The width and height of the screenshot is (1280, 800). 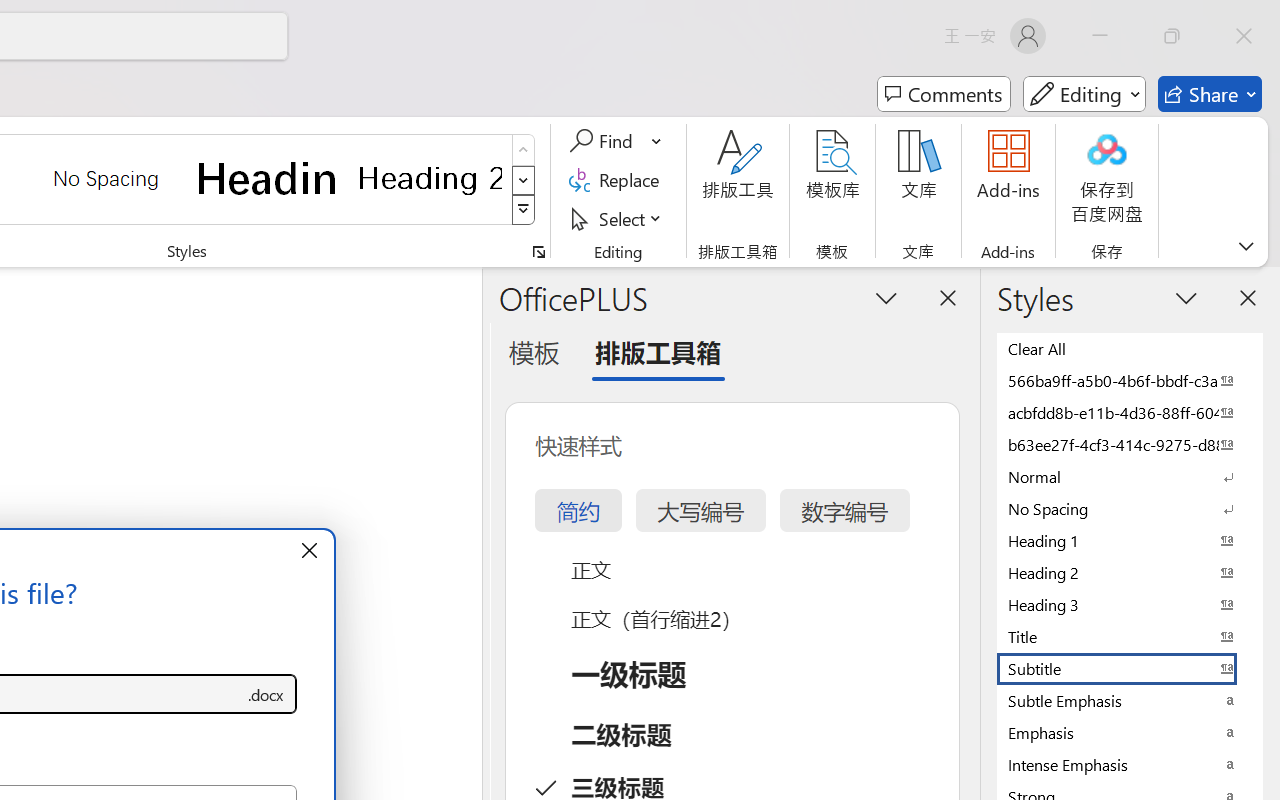 What do you see at coordinates (1130, 668) in the screenshot?
I see `'Subtitle'` at bounding box center [1130, 668].